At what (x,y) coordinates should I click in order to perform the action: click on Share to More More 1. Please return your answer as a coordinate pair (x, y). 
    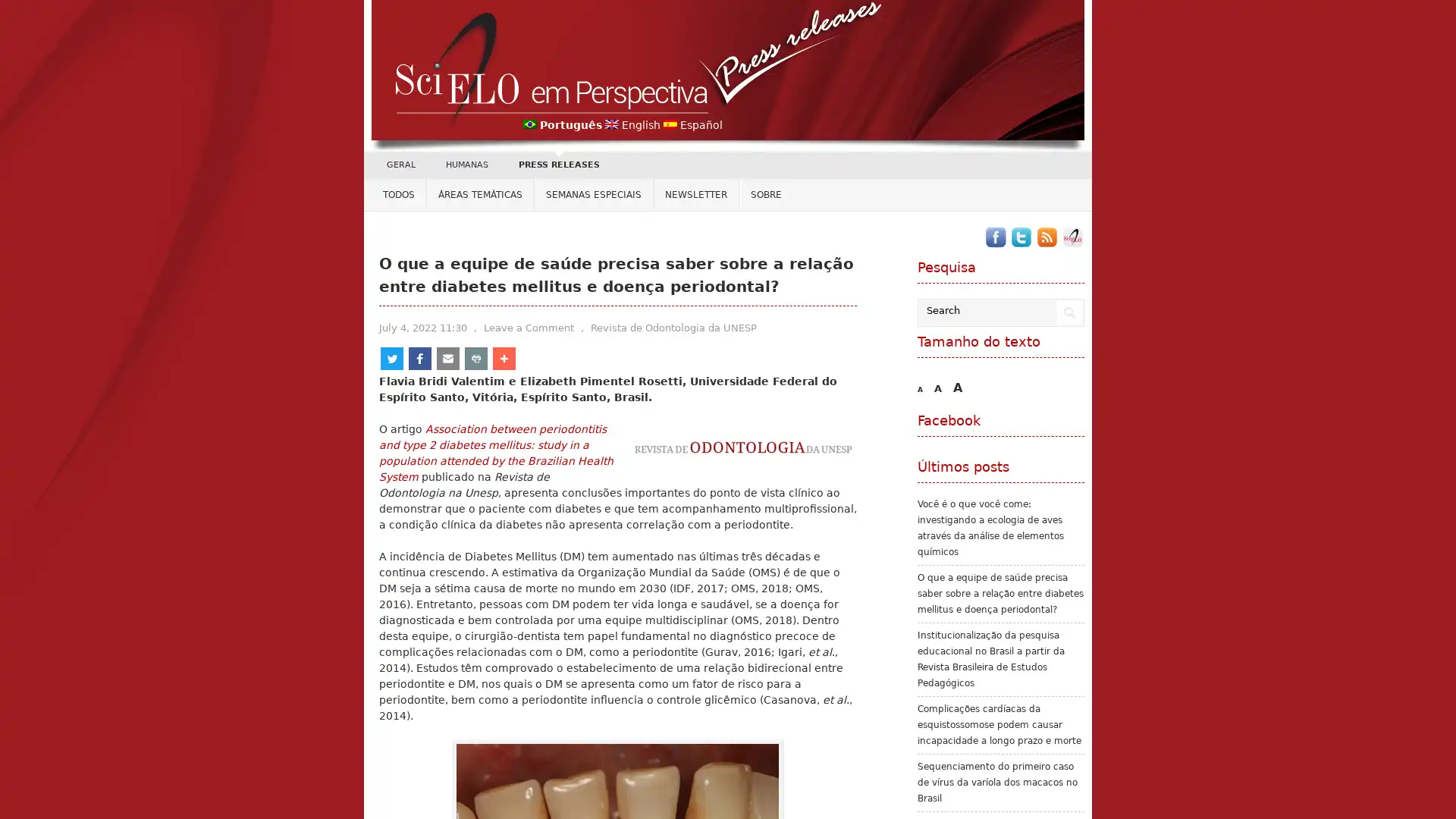
    Looking at the image, I should click on (692, 359).